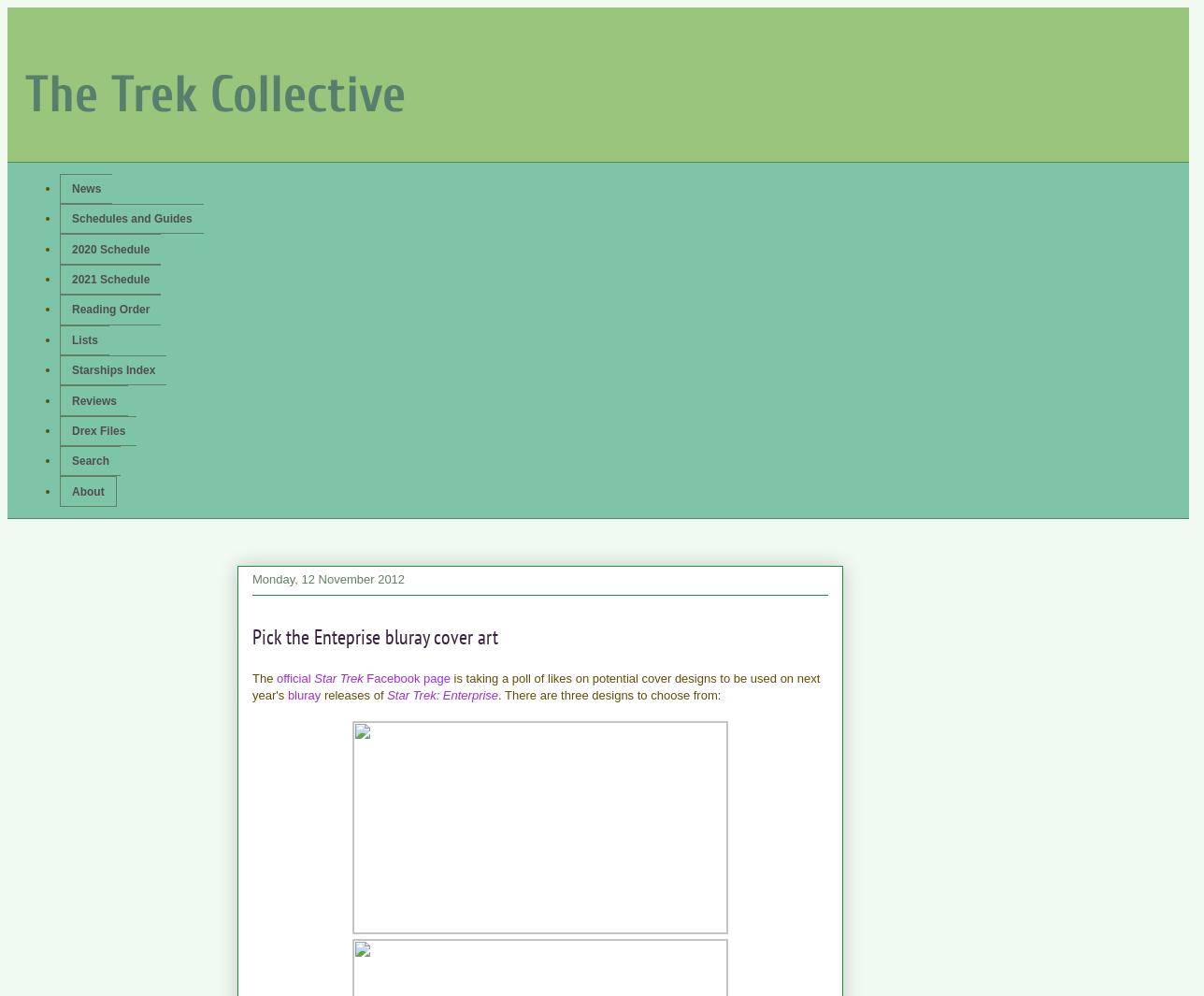  I want to click on 'releases of', so click(353, 695).